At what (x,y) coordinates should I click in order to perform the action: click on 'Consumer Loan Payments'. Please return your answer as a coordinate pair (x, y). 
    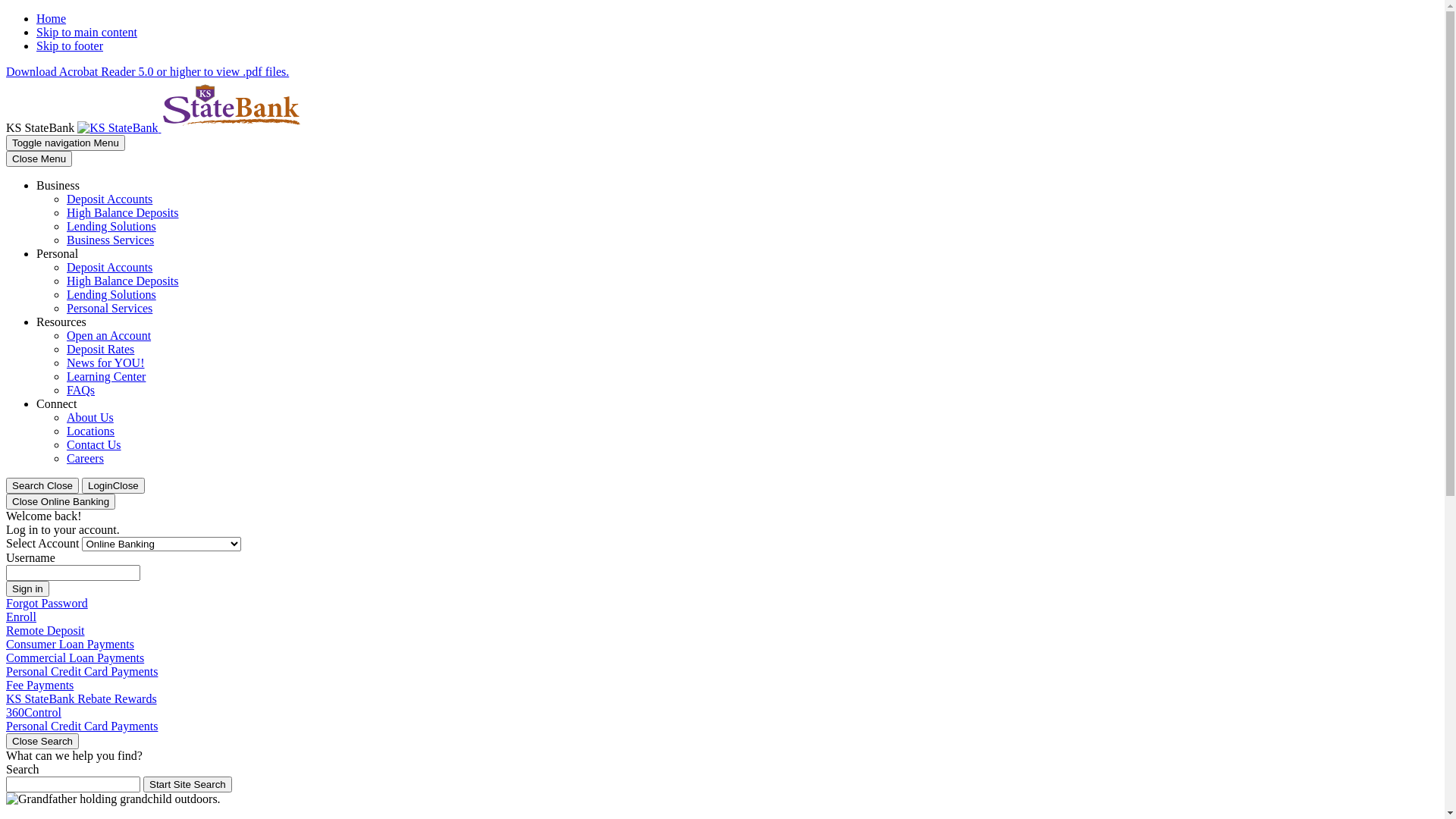
    Looking at the image, I should click on (69, 644).